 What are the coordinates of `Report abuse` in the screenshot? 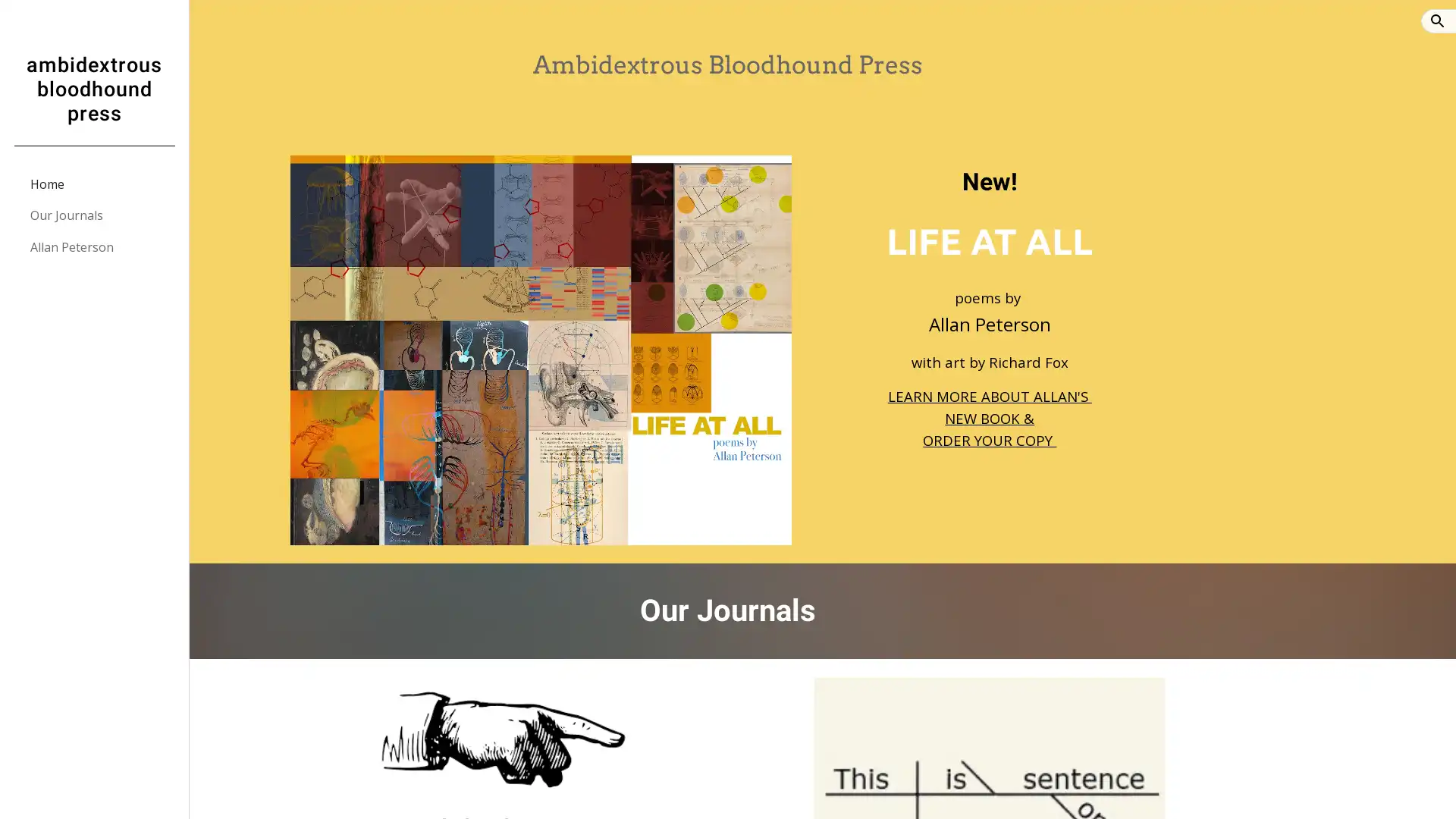 It's located at (372, 792).